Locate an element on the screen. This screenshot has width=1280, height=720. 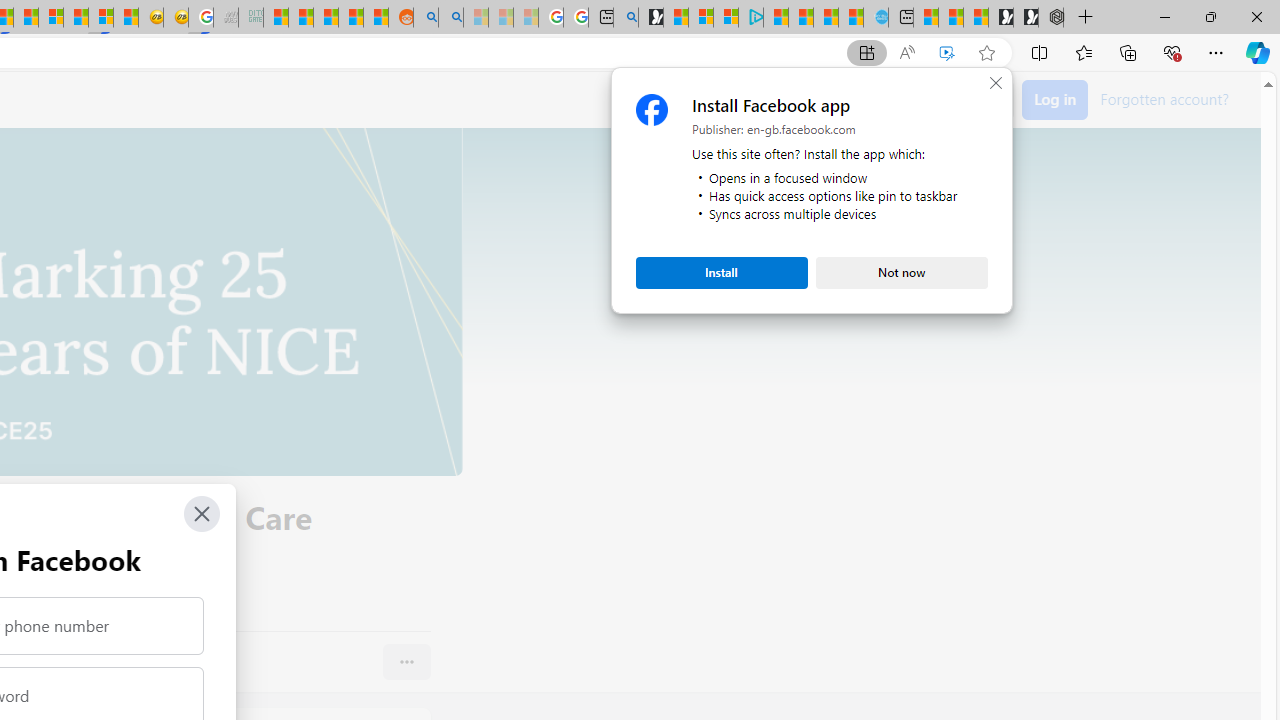
'Install' is located at coordinates (720, 272).